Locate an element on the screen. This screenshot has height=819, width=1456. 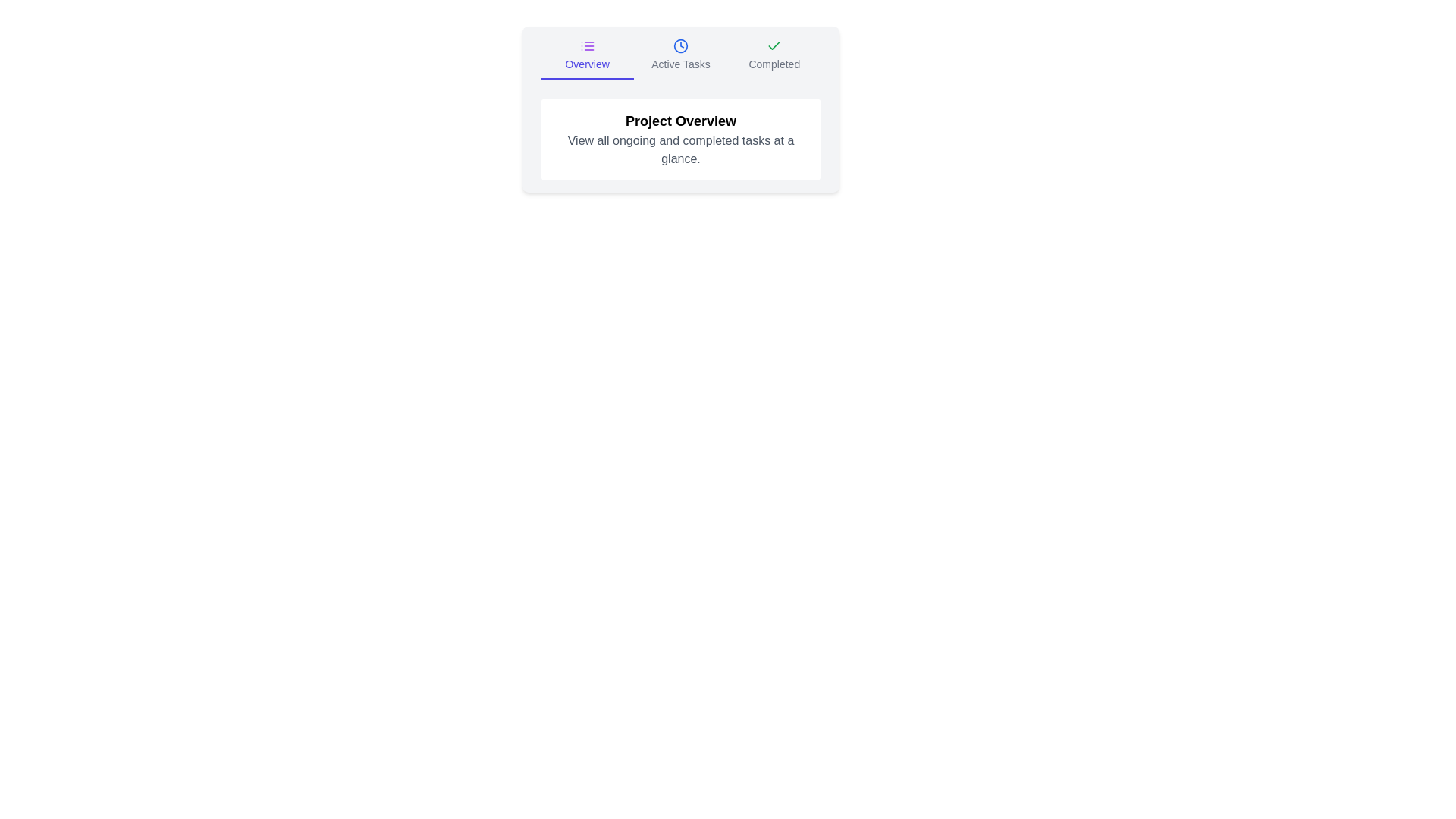
the Completed tab is located at coordinates (774, 58).